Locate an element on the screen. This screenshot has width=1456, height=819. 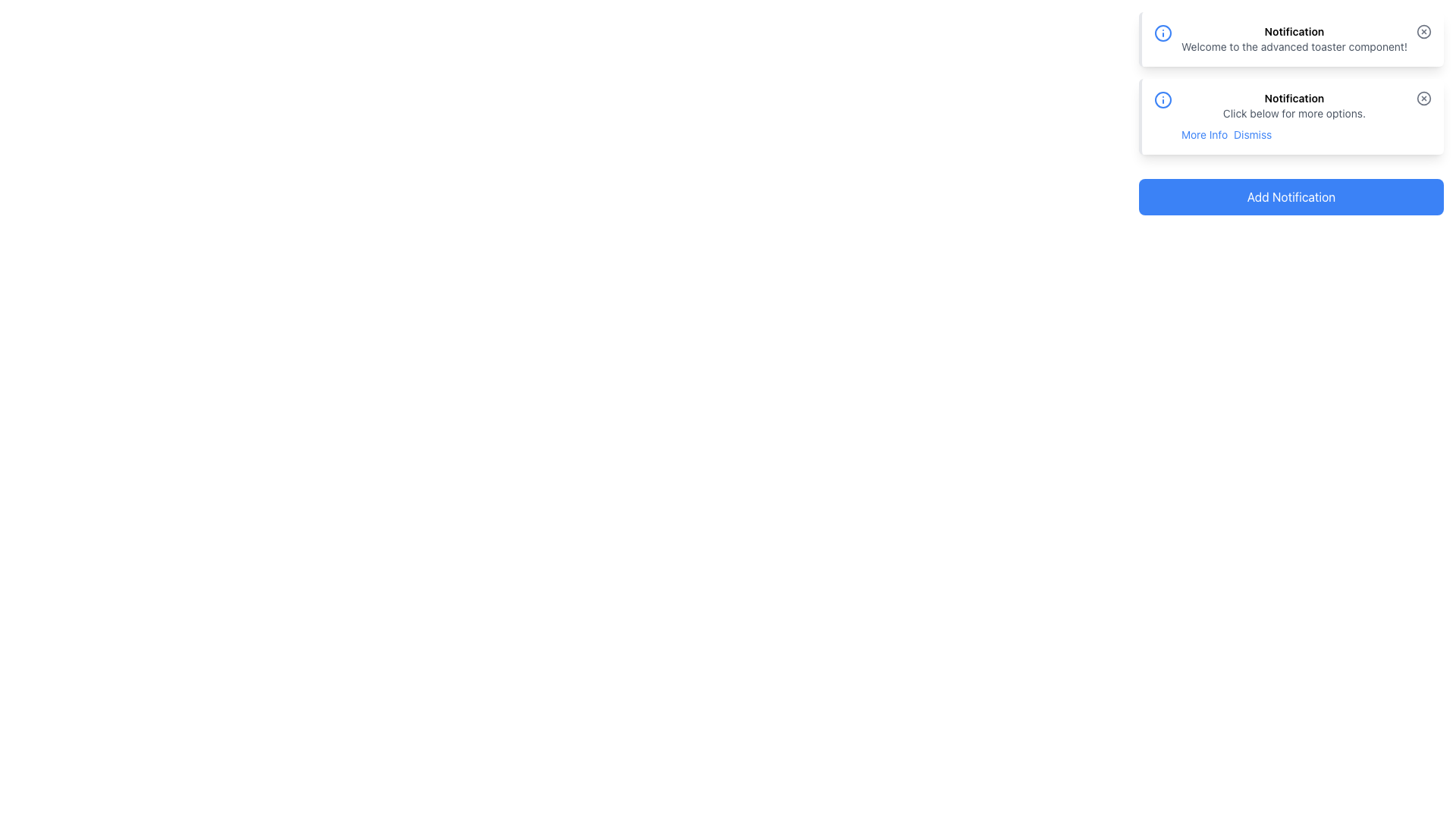
the hyperlink styled as clickable text on the right side of the second notification box is located at coordinates (1253, 133).